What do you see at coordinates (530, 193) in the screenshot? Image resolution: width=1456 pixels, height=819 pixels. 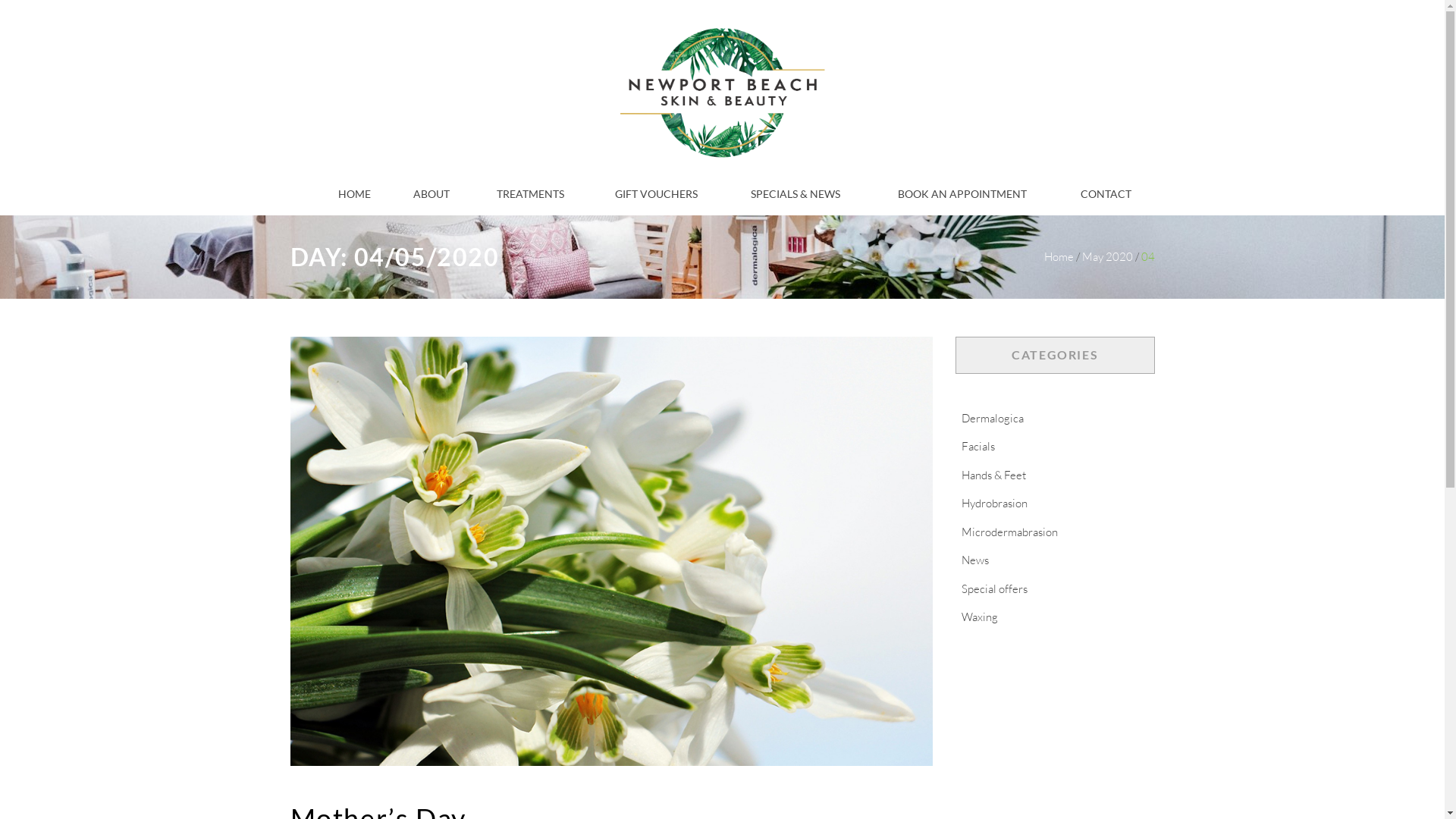 I see `'TREATMENTS'` at bounding box center [530, 193].